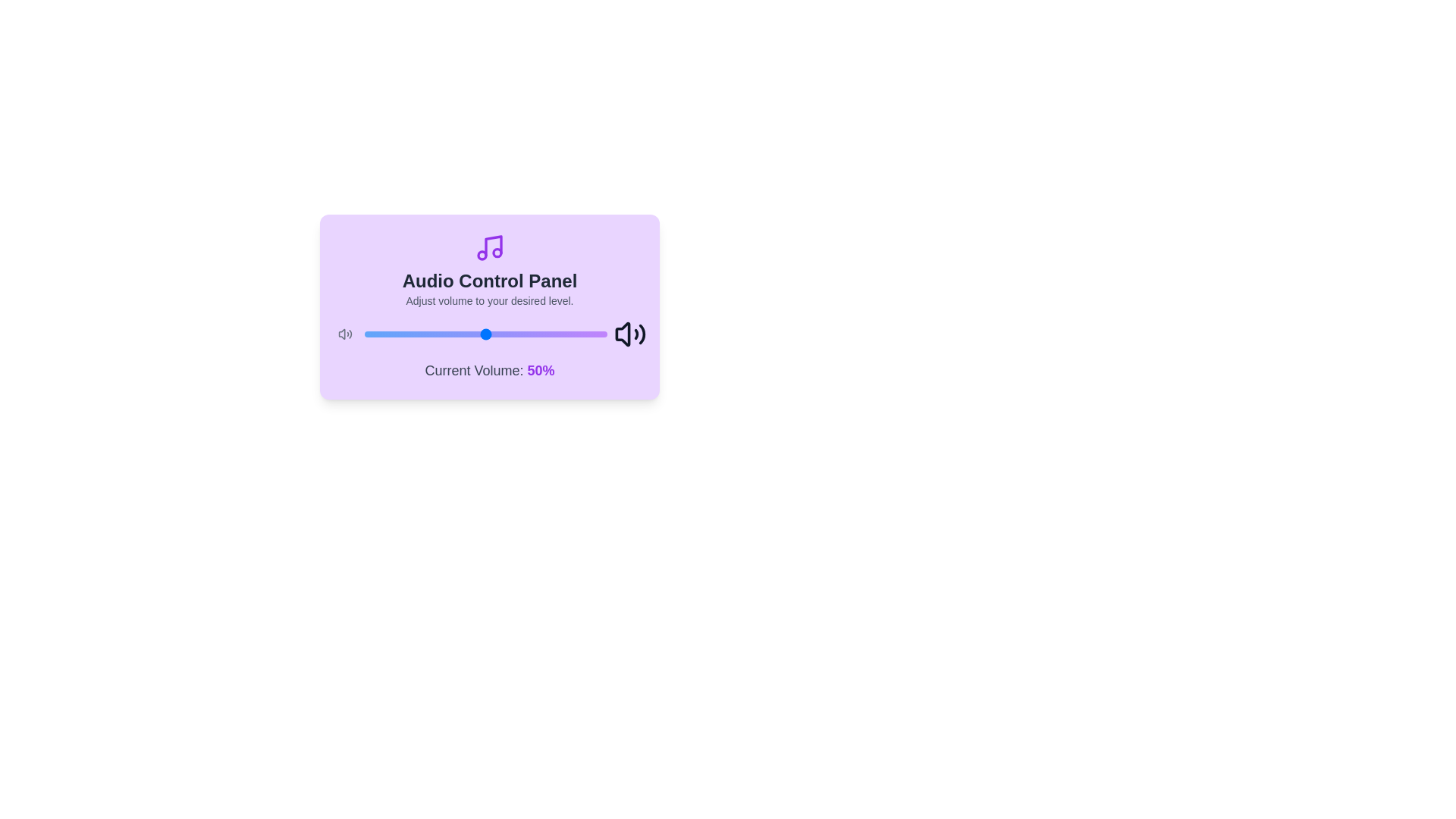 The width and height of the screenshot is (1456, 819). Describe the element at coordinates (490, 247) in the screenshot. I see `the music note icon to focus on it` at that location.